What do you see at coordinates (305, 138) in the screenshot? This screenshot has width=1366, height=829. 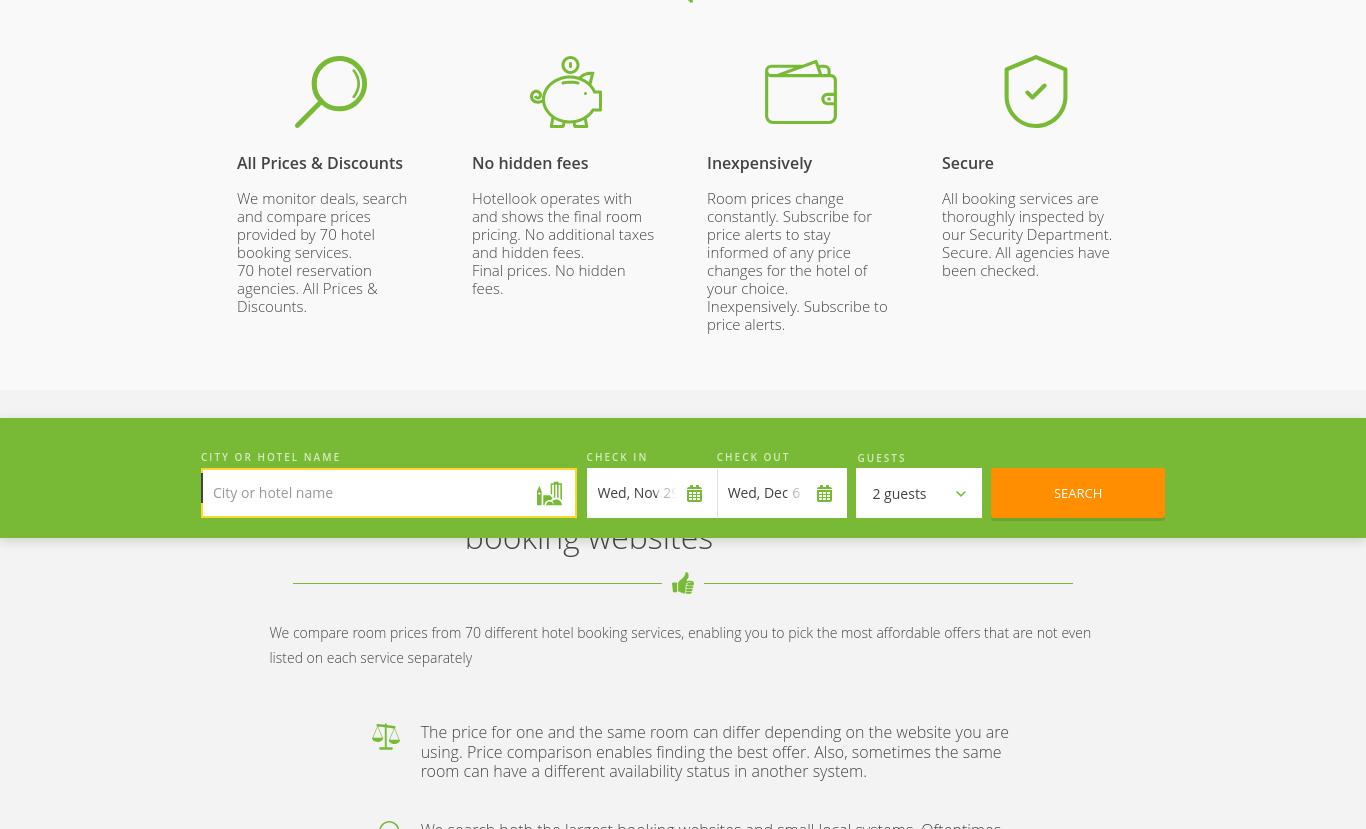 I see `'hotels'` at bounding box center [305, 138].